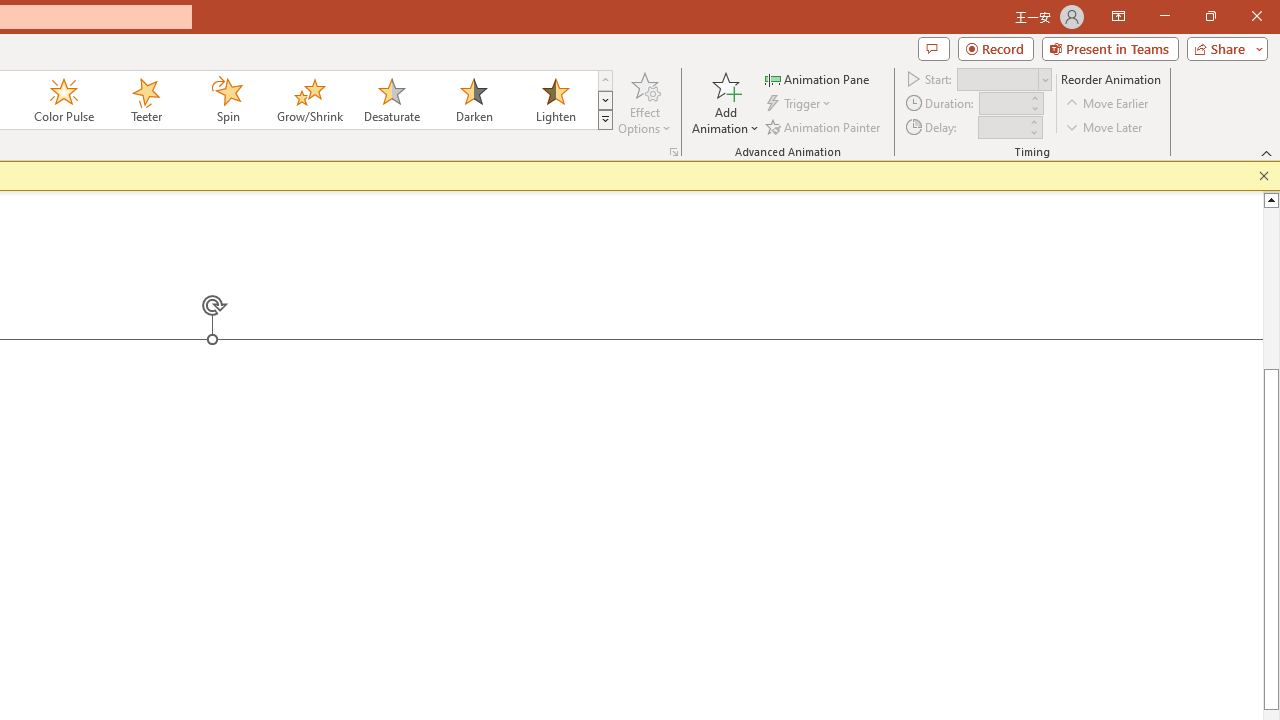  I want to click on 'Animation Pane', so click(818, 78).